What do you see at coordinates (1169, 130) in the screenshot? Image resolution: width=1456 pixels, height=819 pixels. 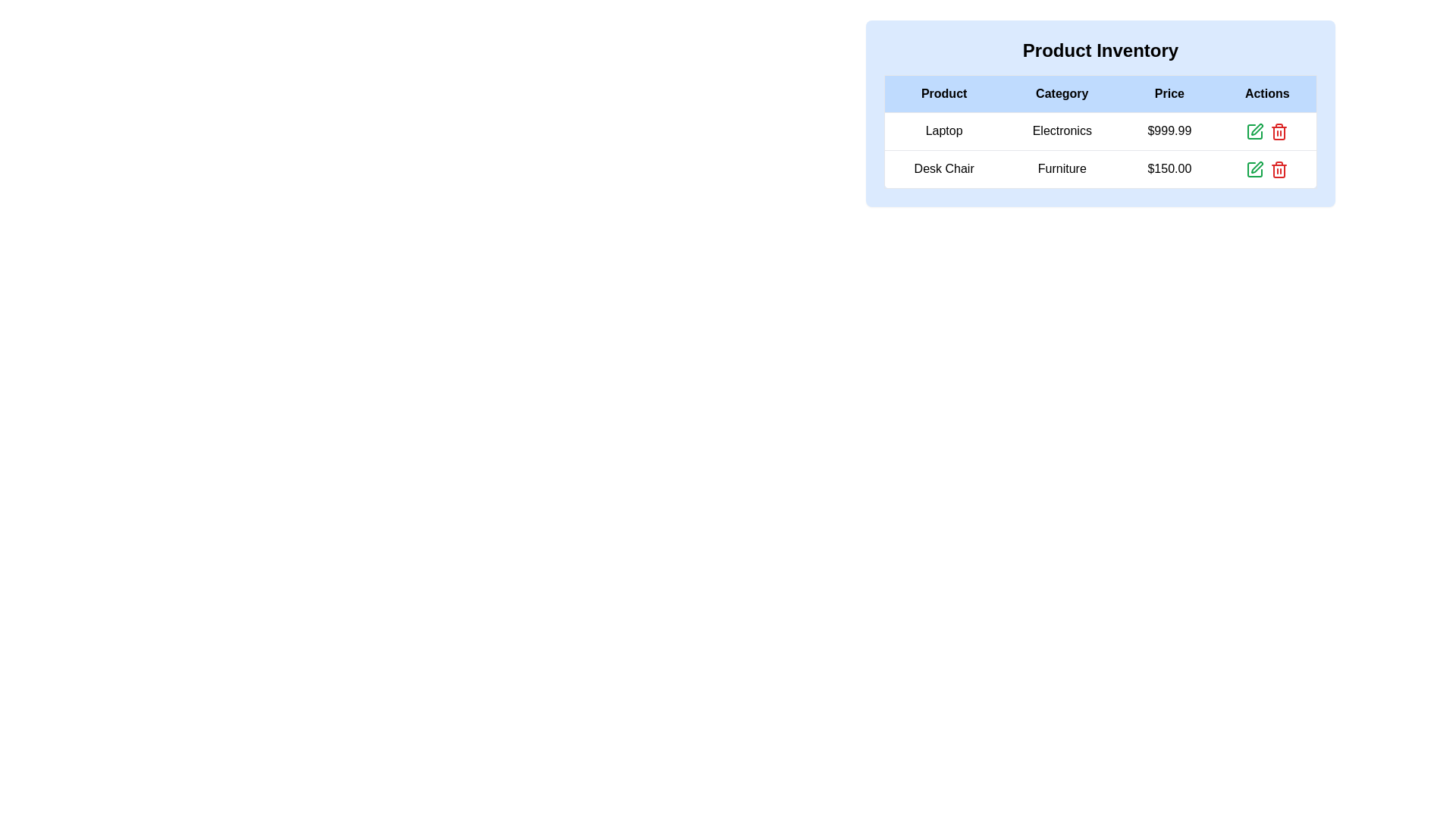 I see `displayed price of the item in the first row, third column of the 'Product Inventory' table, which is aligned with 'Laptop' and 'Electronics' entries` at bounding box center [1169, 130].